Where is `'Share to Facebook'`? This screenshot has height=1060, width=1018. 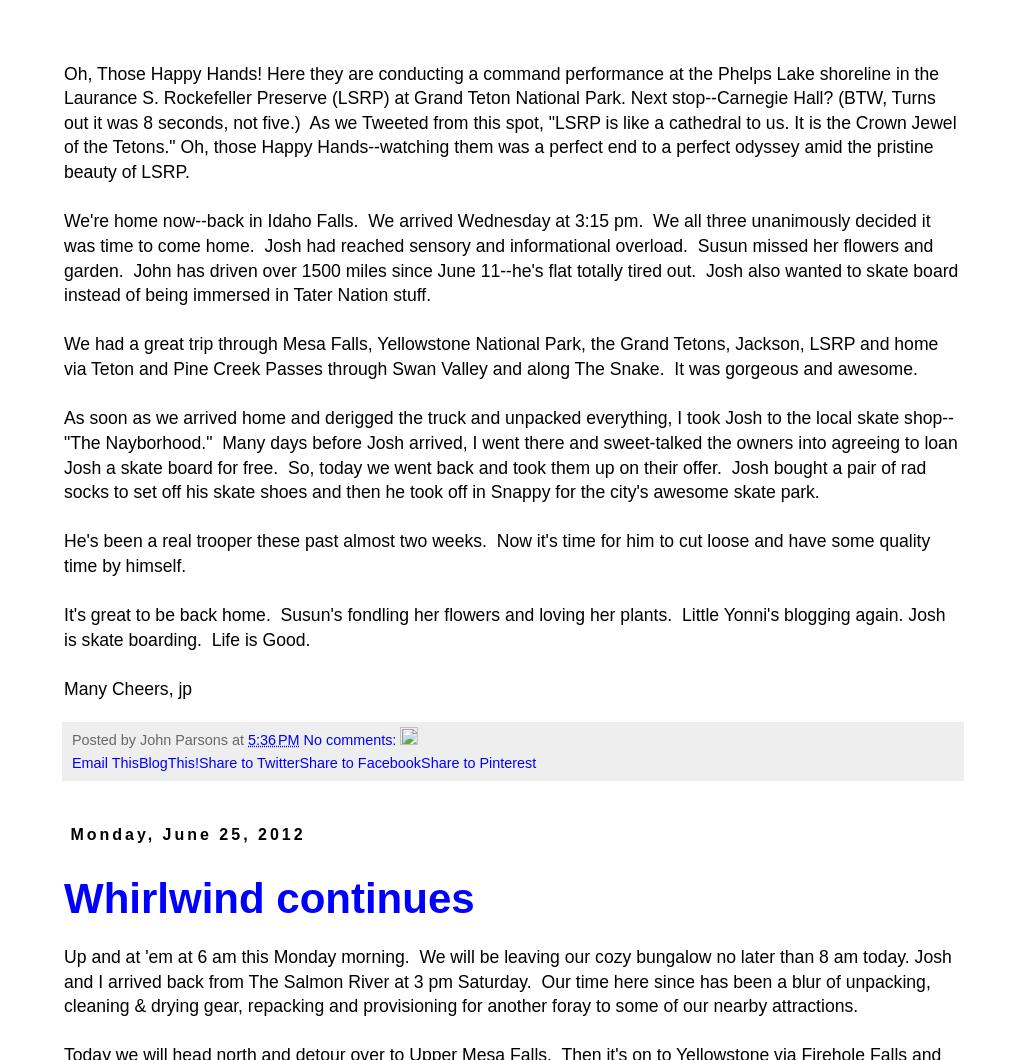
'Share to Facebook' is located at coordinates (359, 761).